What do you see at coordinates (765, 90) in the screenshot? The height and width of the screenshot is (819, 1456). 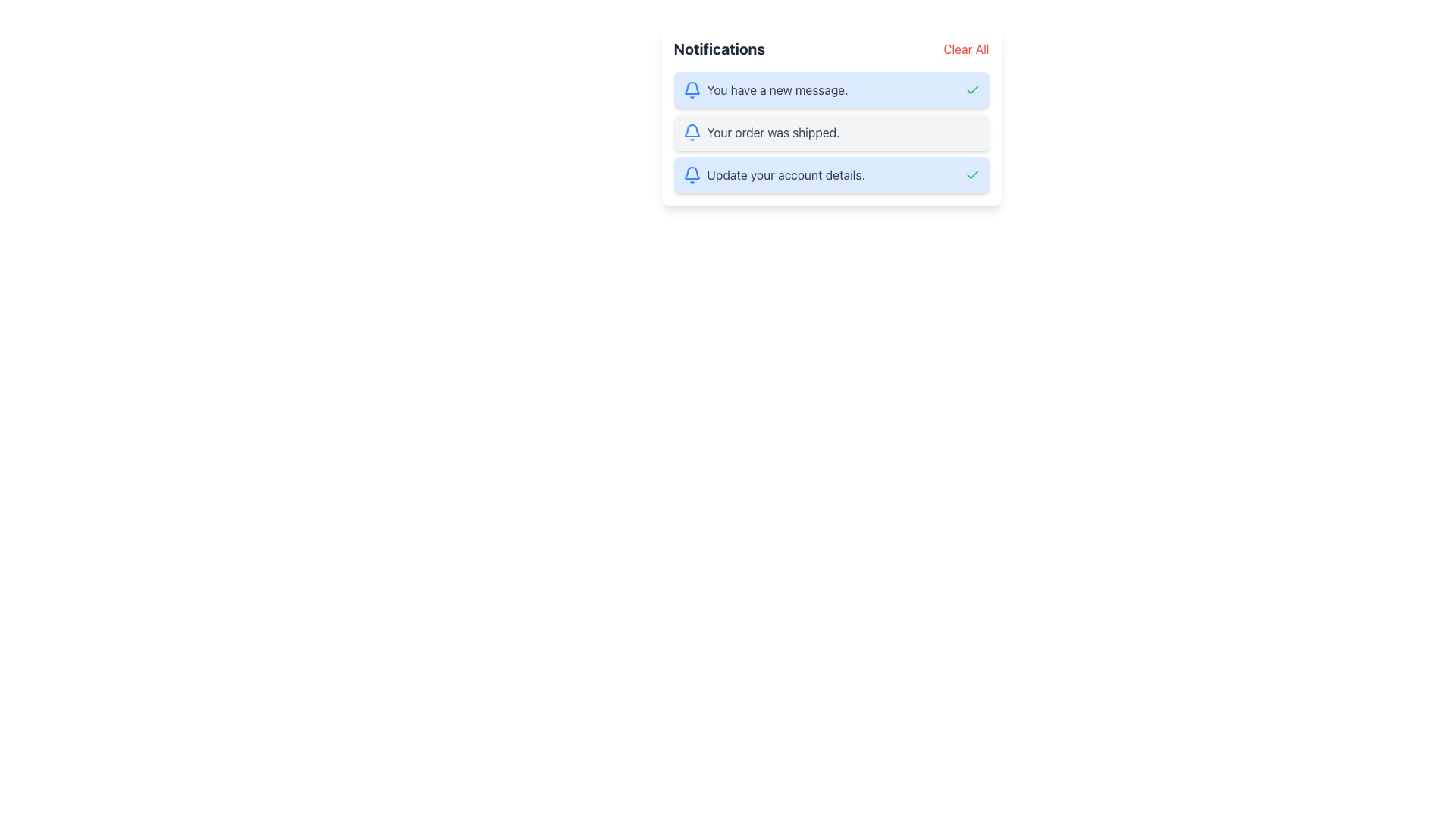 I see `the Notification Item displaying 'You have a new message.' with a bell icon on the left` at bounding box center [765, 90].